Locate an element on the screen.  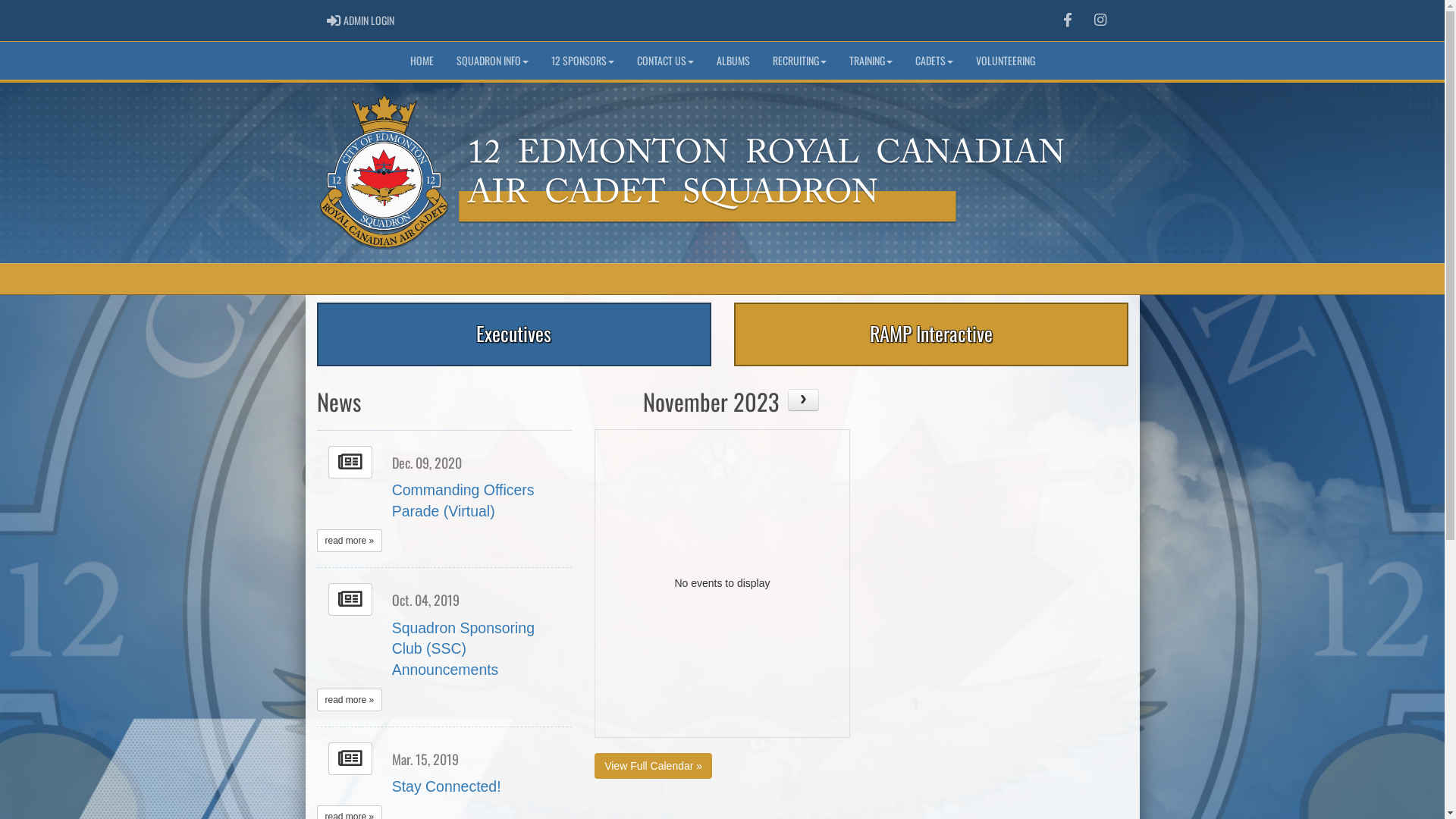
'like us' is located at coordinates (1066, 20).